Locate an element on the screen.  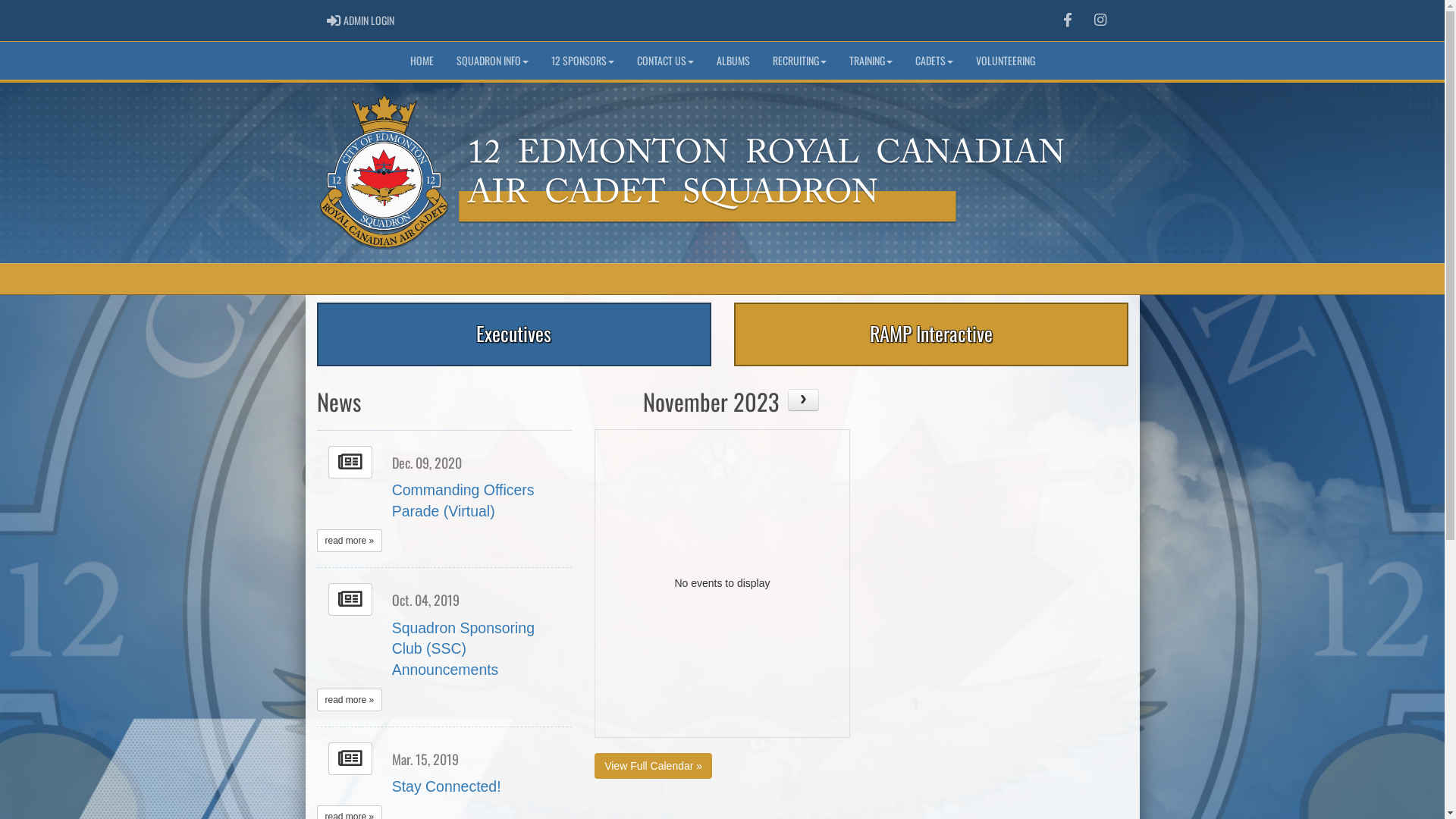
'like us' is located at coordinates (1066, 20).